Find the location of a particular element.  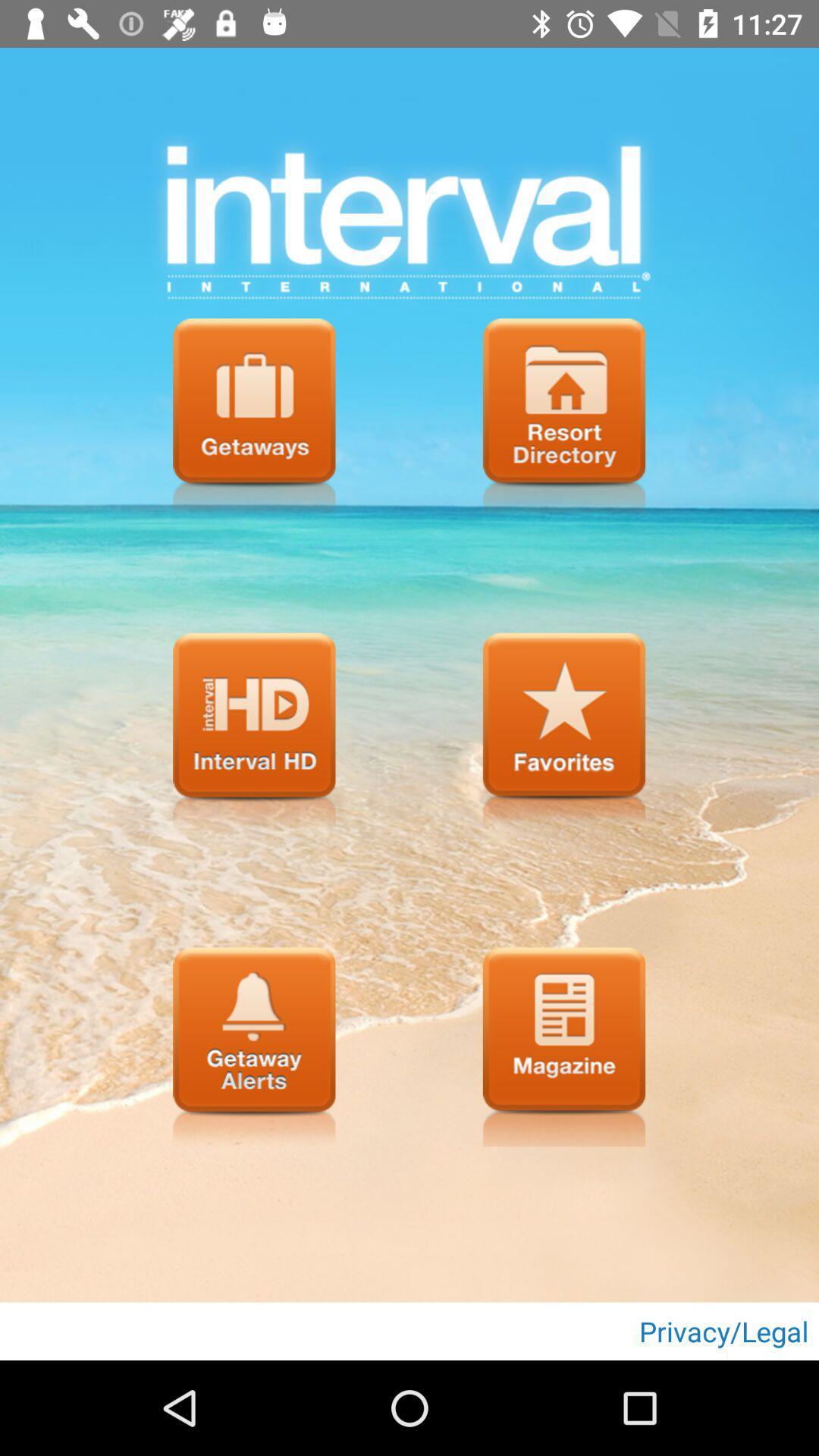

gateways is located at coordinates (253, 418).